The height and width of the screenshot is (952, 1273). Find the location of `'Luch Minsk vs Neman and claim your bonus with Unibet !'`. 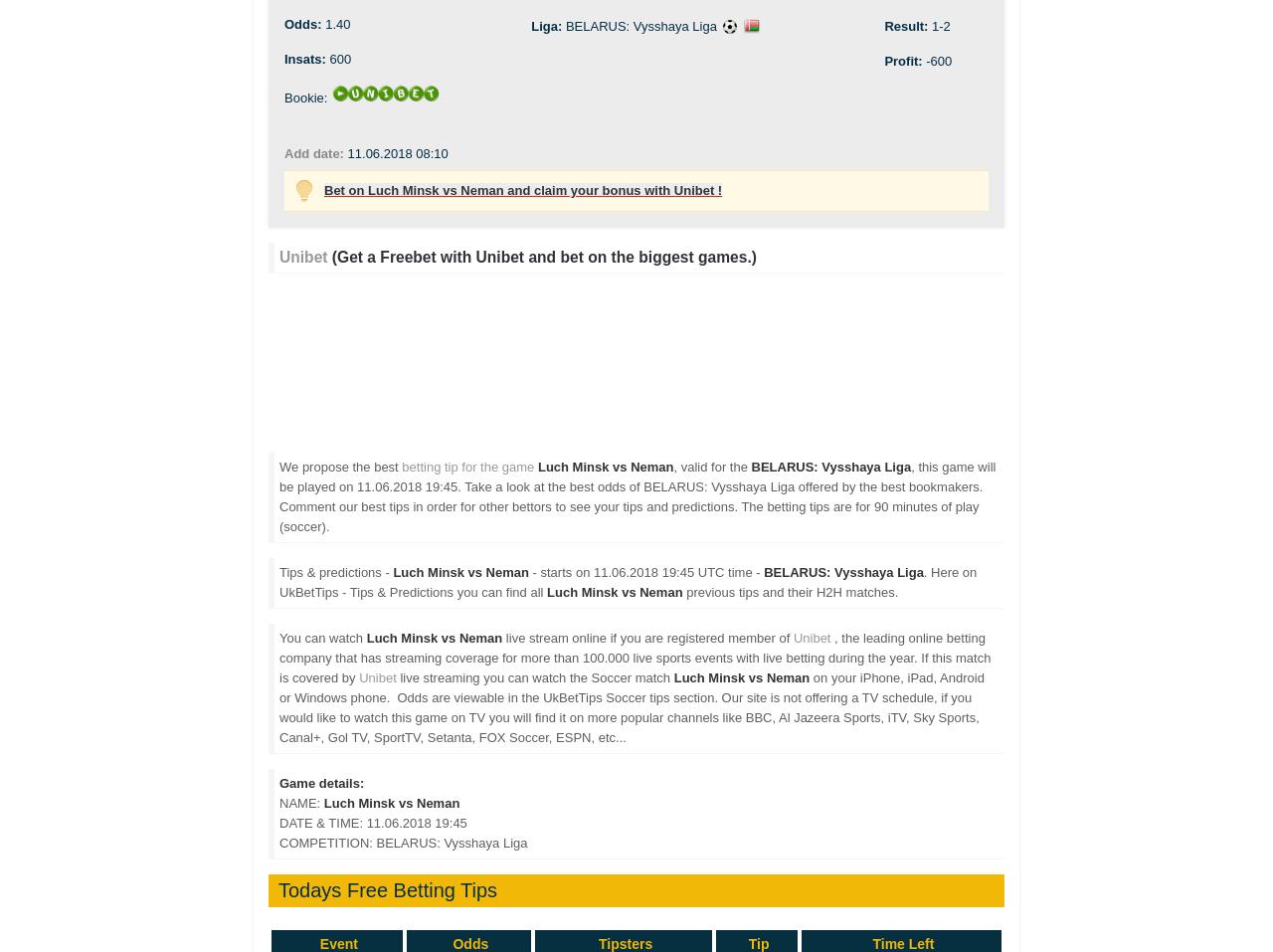

'Luch Minsk vs Neman and claim your bonus with Unibet !' is located at coordinates (368, 190).